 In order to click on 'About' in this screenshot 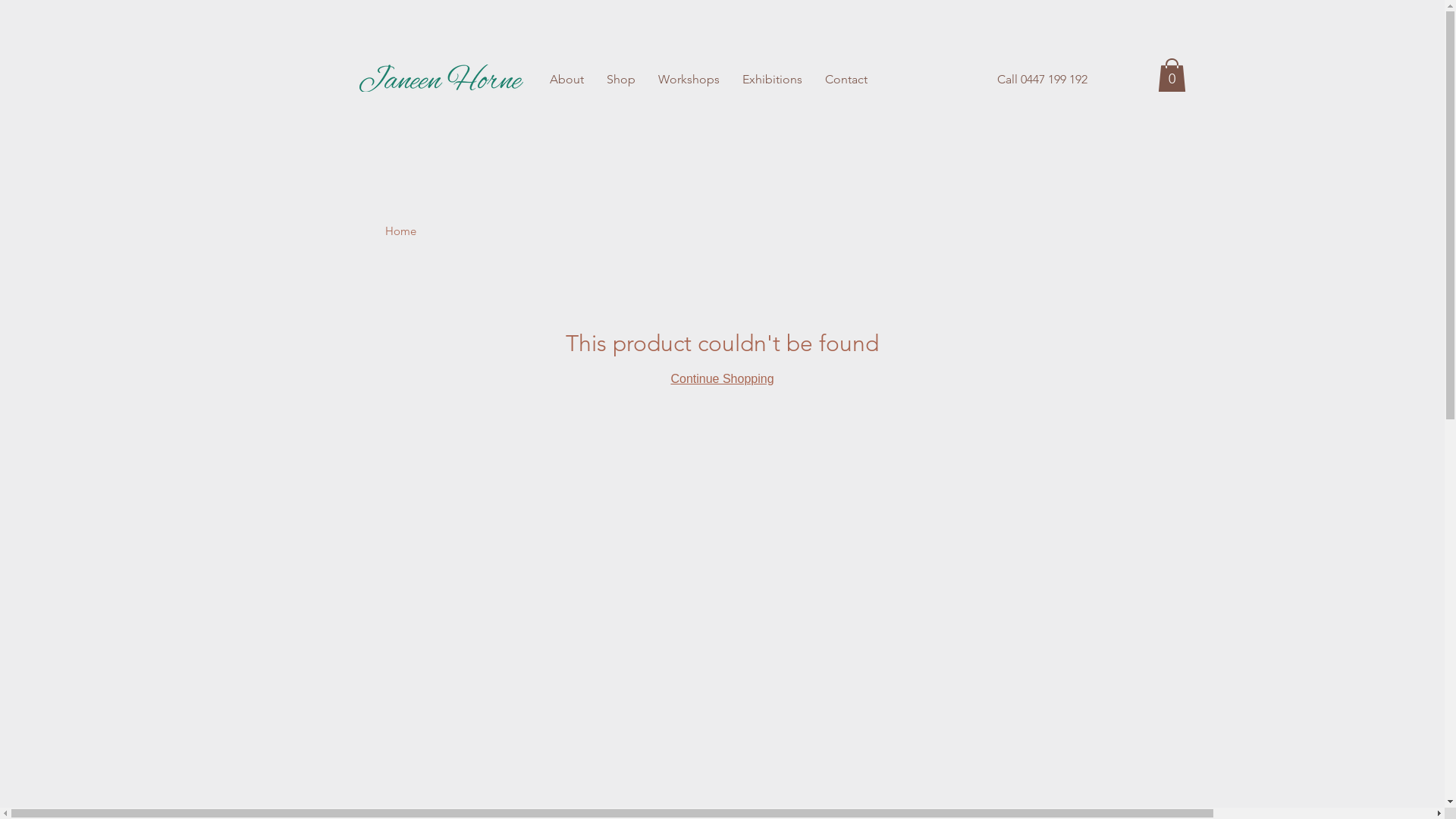, I will do `click(566, 79)`.